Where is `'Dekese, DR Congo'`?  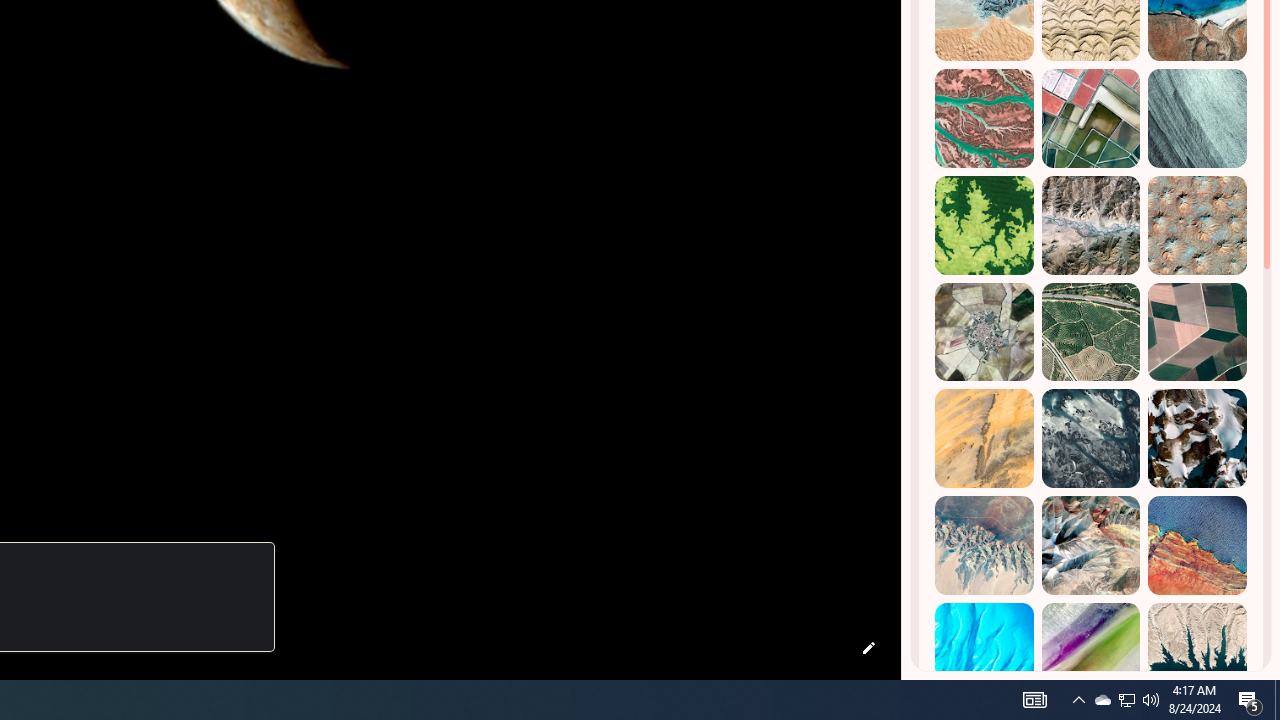
'Dekese, DR Congo' is located at coordinates (984, 225).